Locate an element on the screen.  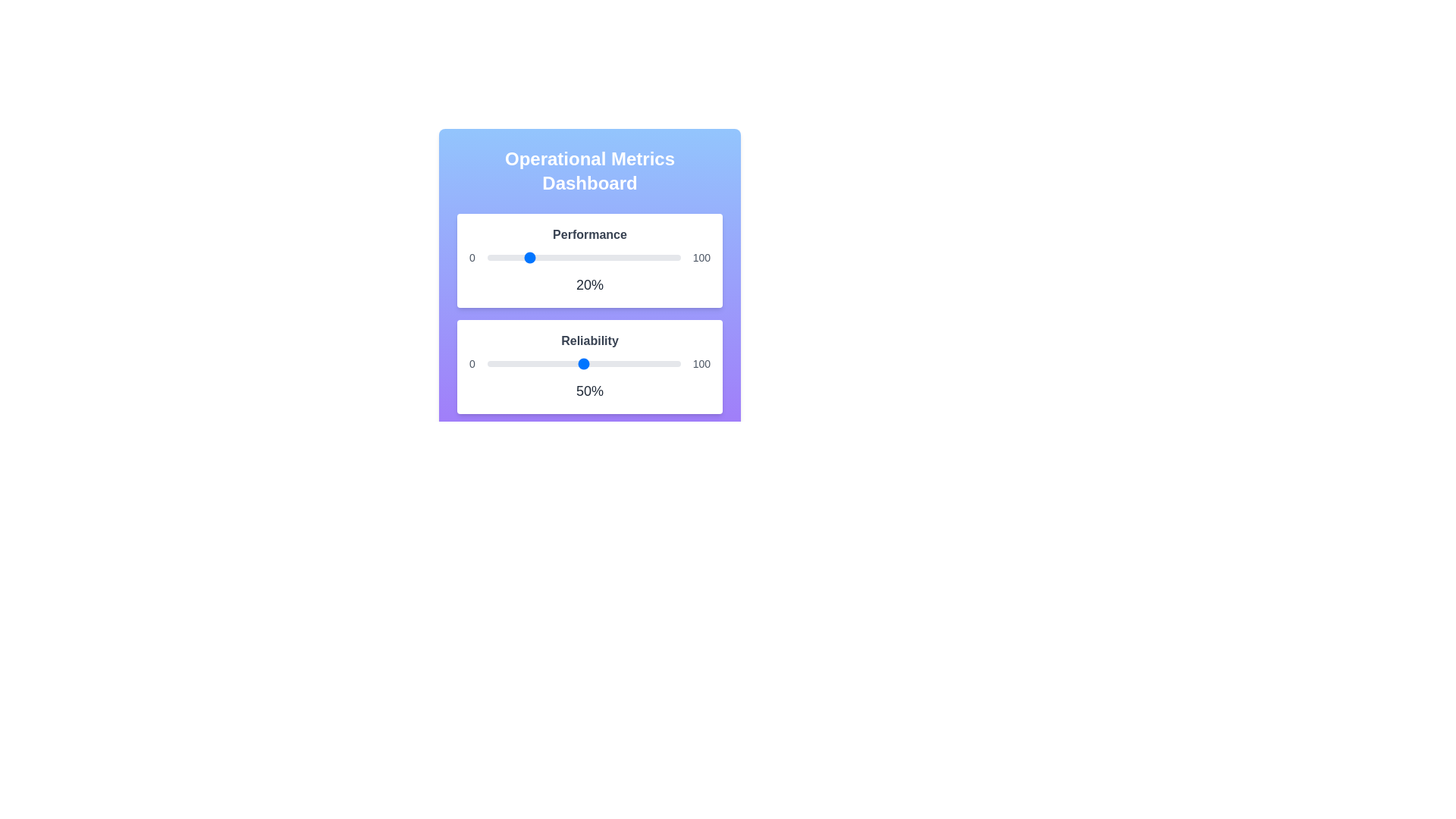
the reliability value is located at coordinates (592, 363).